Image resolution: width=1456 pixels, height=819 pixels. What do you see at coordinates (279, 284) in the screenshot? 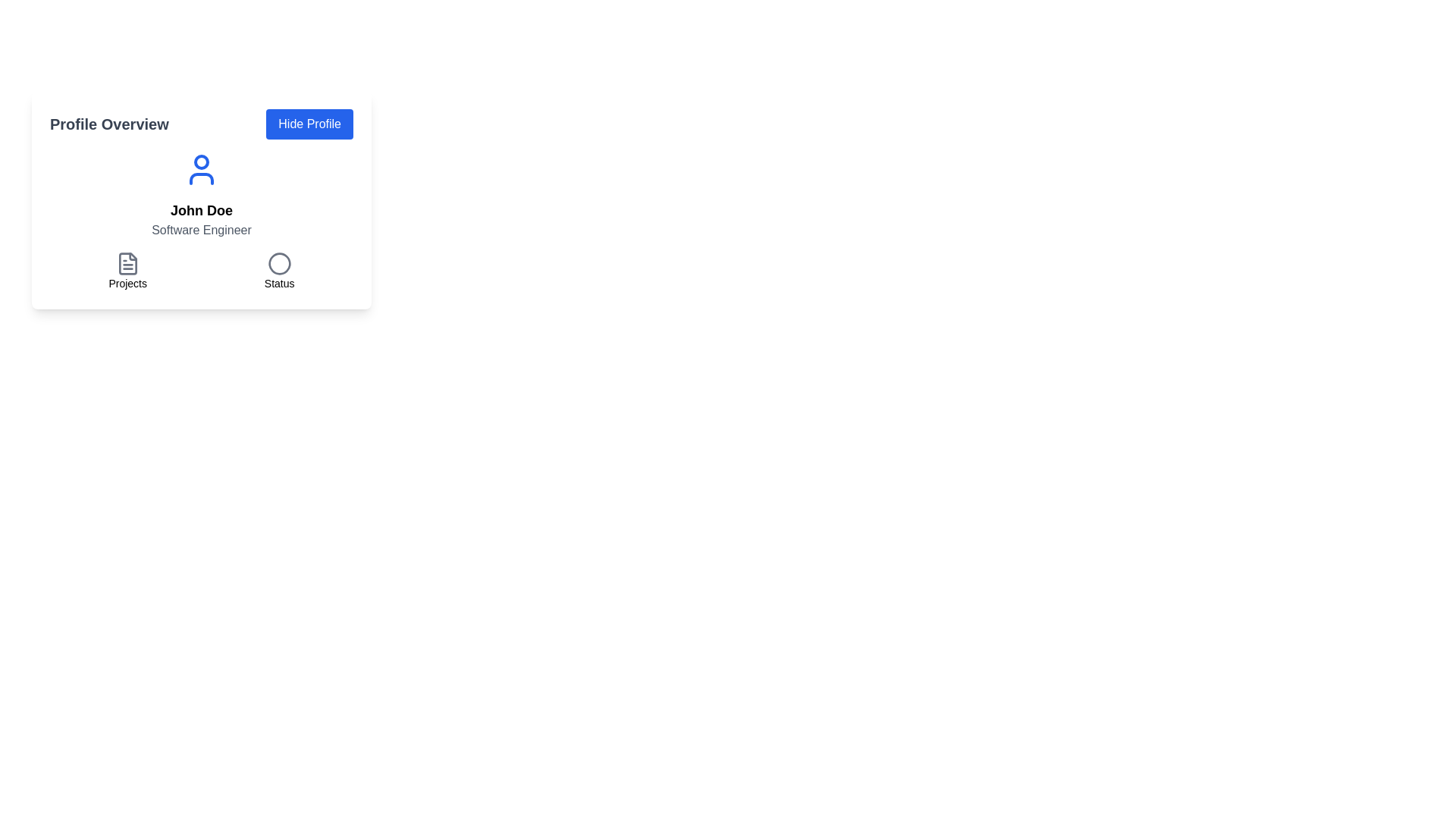
I see `the 'Status' text label, which is positioned beneath a circular icon in the lower-right section of a user interface card` at bounding box center [279, 284].